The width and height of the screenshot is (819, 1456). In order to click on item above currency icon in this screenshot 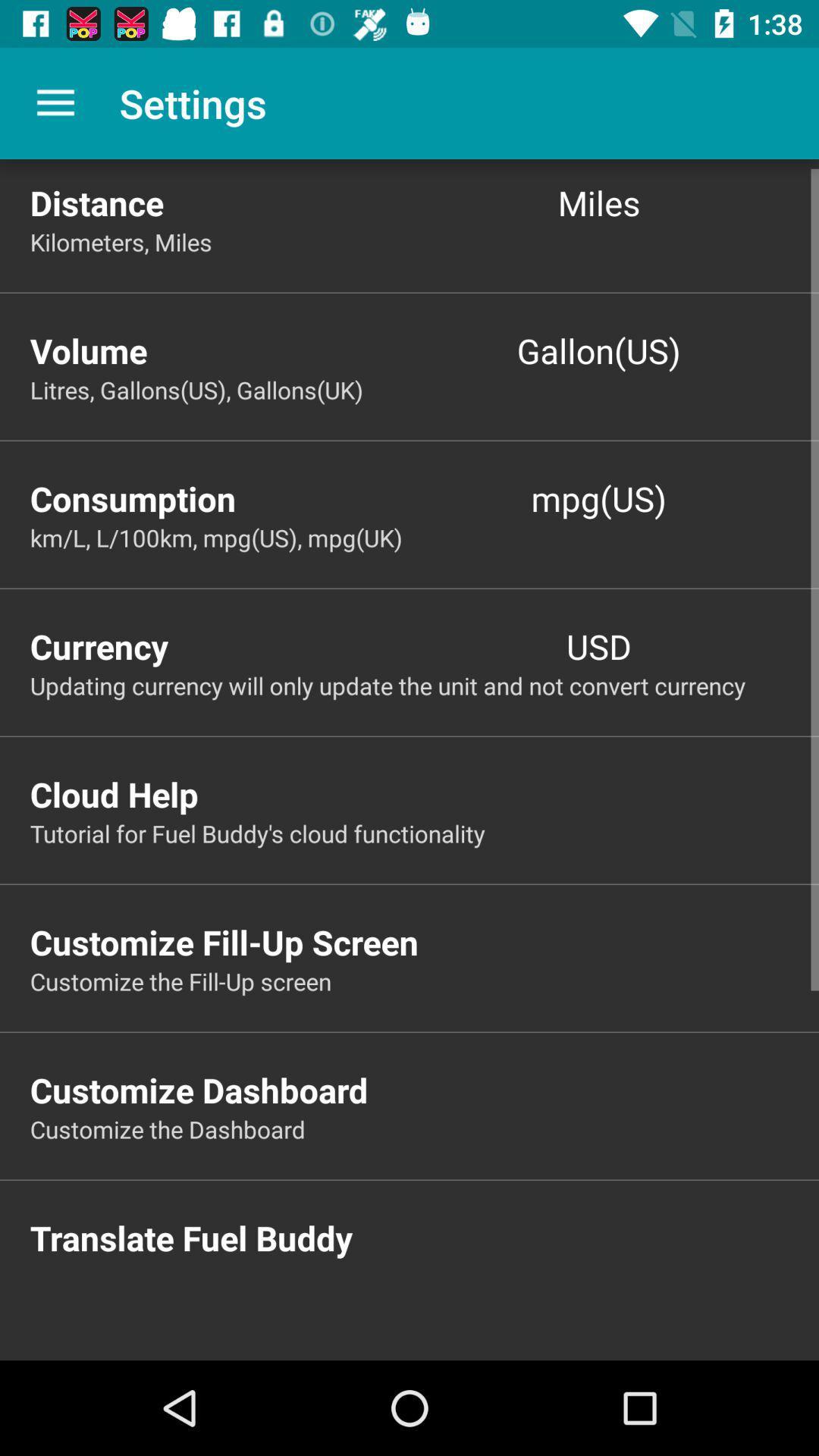, I will do `click(424, 538)`.